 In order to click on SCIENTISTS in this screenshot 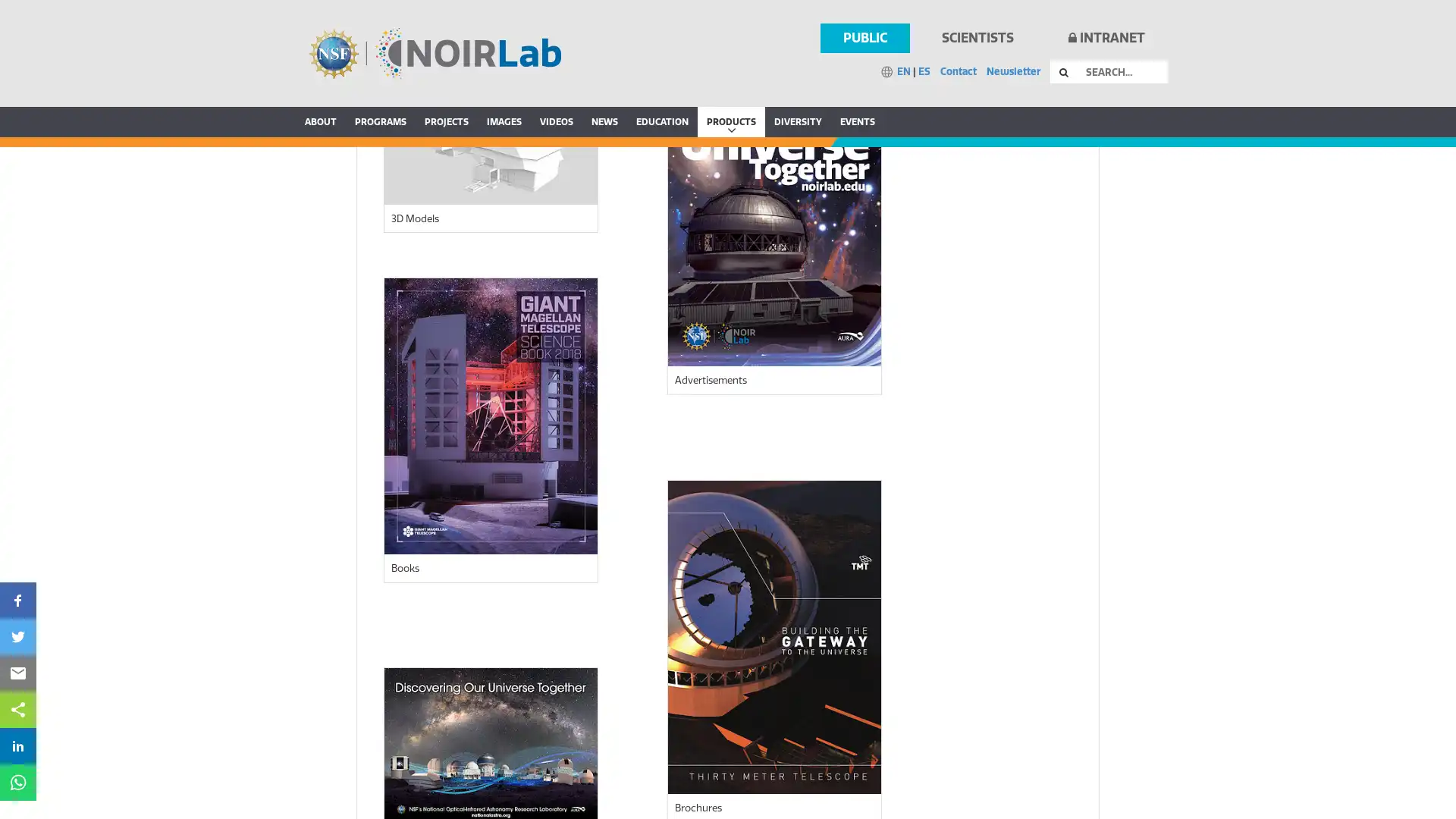, I will do `click(977, 37)`.